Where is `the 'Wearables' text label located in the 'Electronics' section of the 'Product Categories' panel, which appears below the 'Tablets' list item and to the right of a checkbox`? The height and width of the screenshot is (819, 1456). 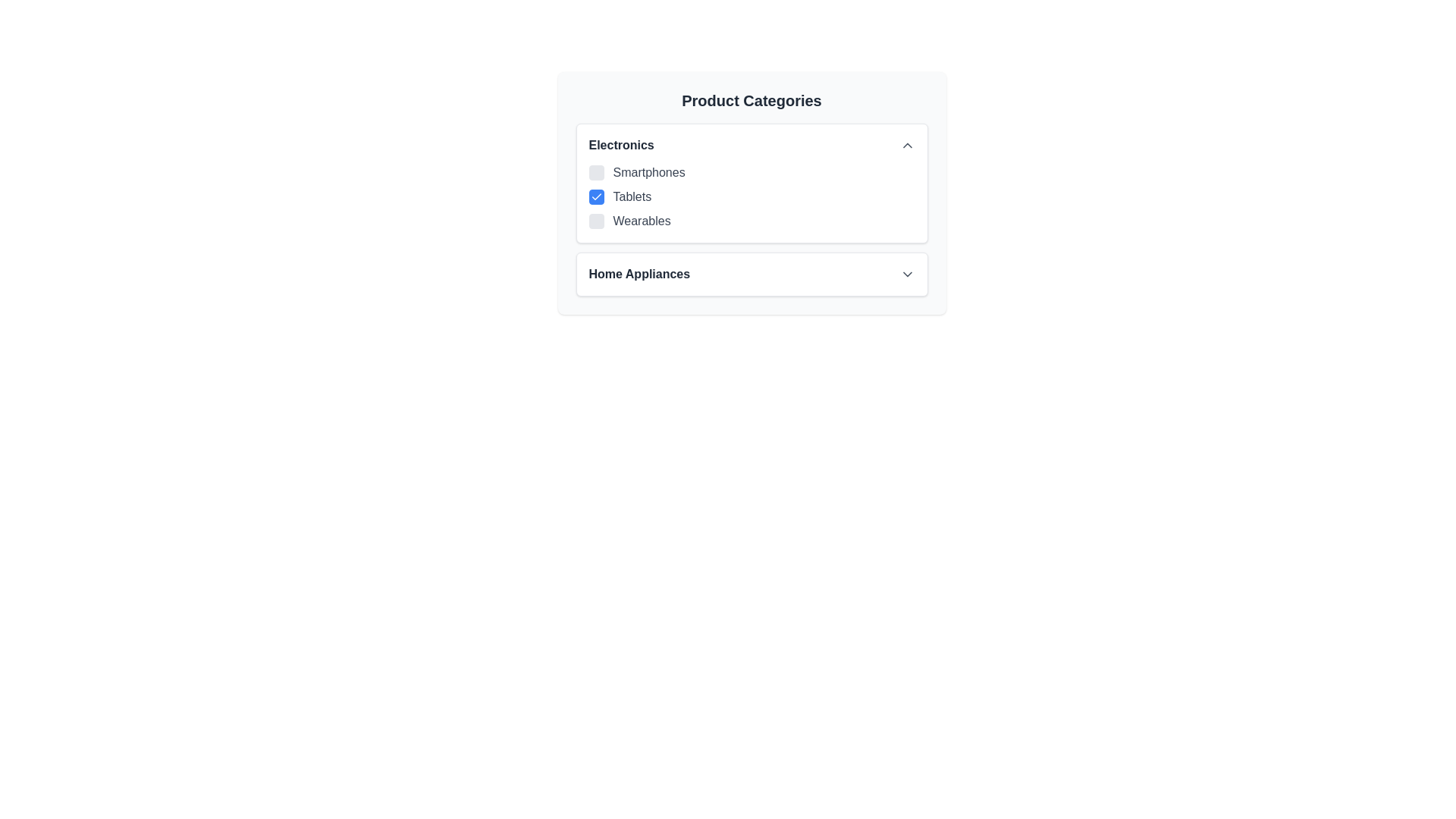 the 'Wearables' text label located in the 'Electronics' section of the 'Product Categories' panel, which appears below the 'Tablets' list item and to the right of a checkbox is located at coordinates (642, 221).